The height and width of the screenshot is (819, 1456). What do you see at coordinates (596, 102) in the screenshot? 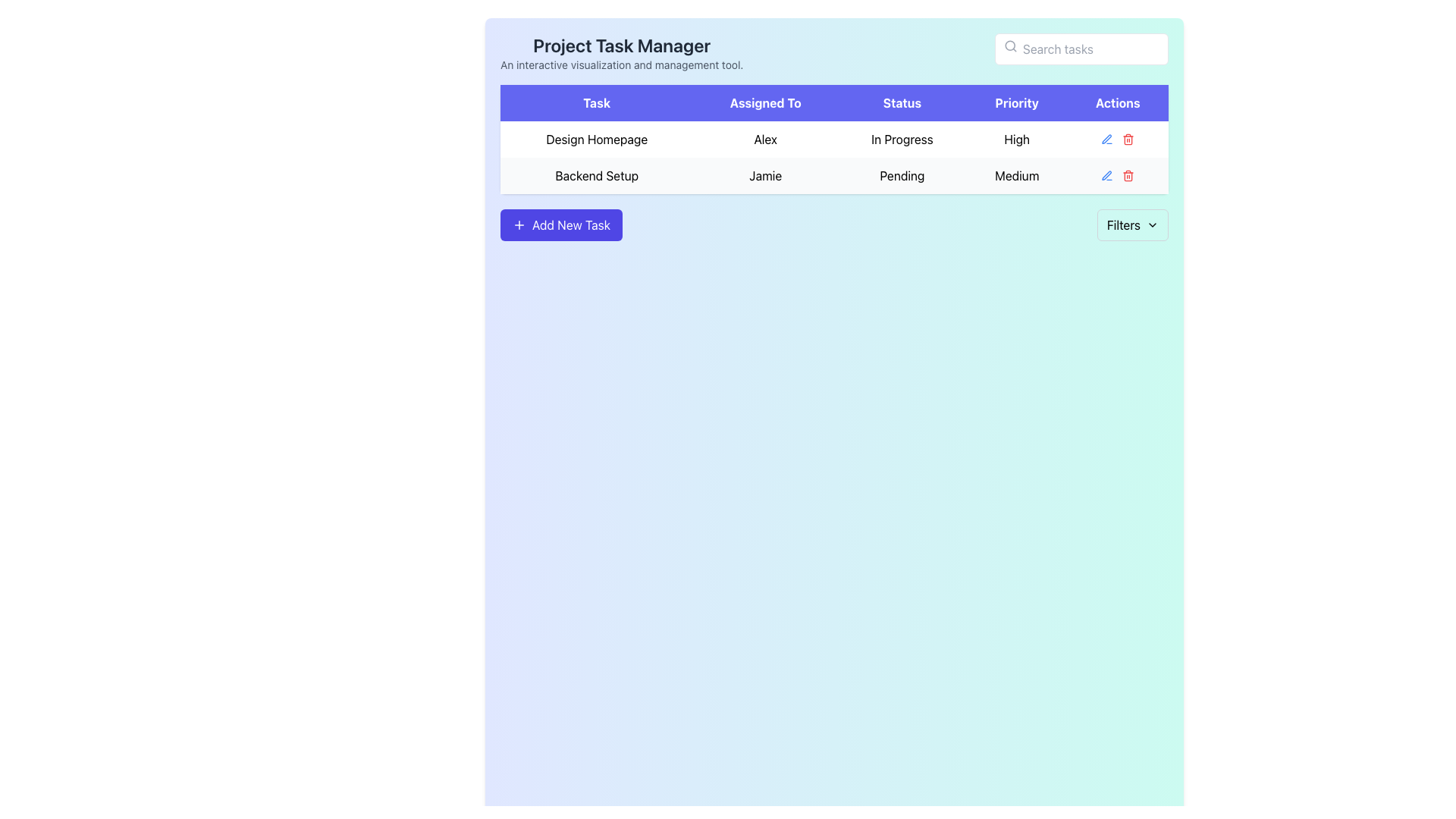
I see `the 'Task' header text label` at bounding box center [596, 102].